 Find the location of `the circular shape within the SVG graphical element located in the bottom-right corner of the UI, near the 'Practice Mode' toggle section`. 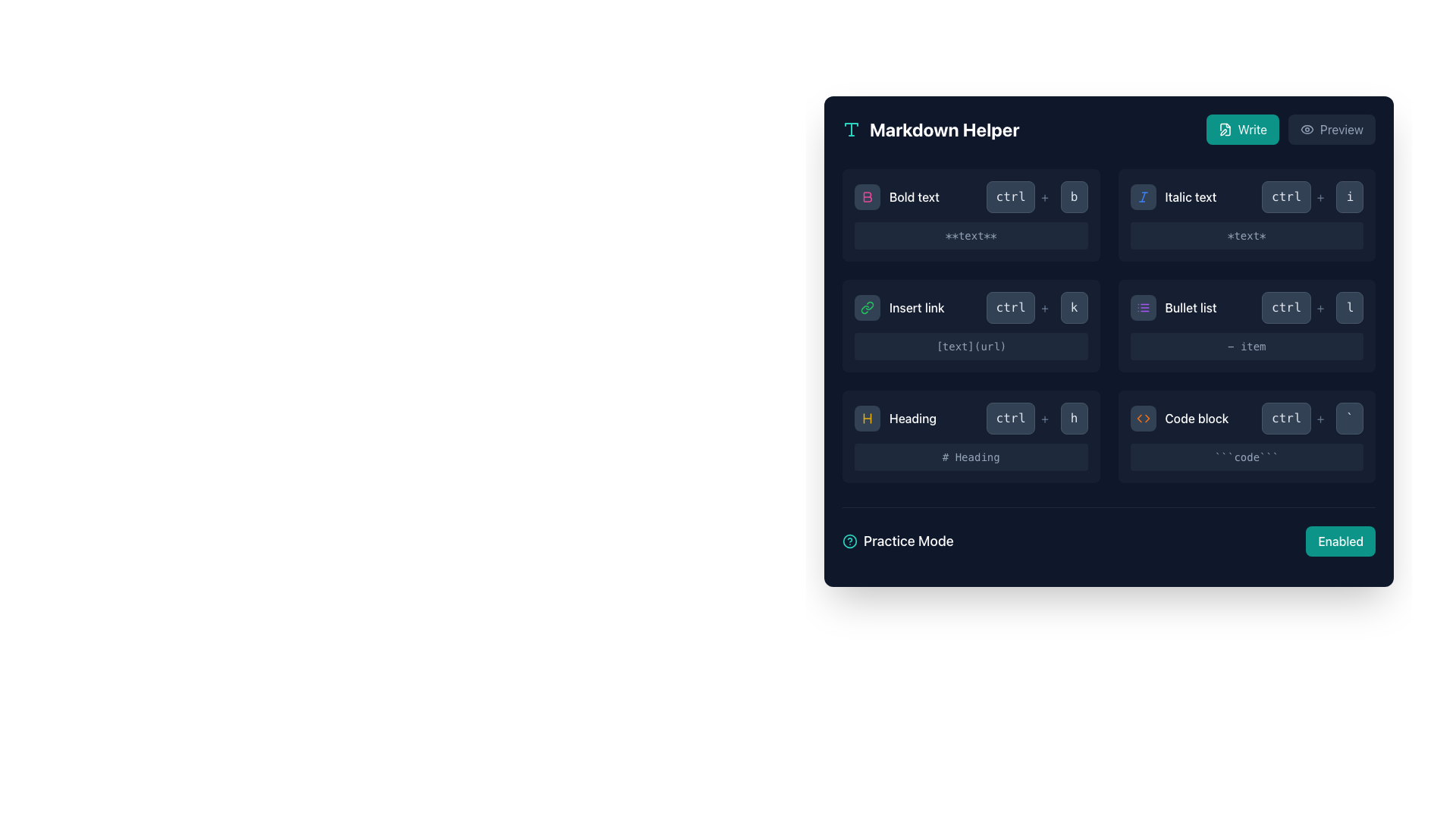

the circular shape within the SVG graphical element located in the bottom-right corner of the UI, near the 'Practice Mode' toggle section is located at coordinates (850, 540).